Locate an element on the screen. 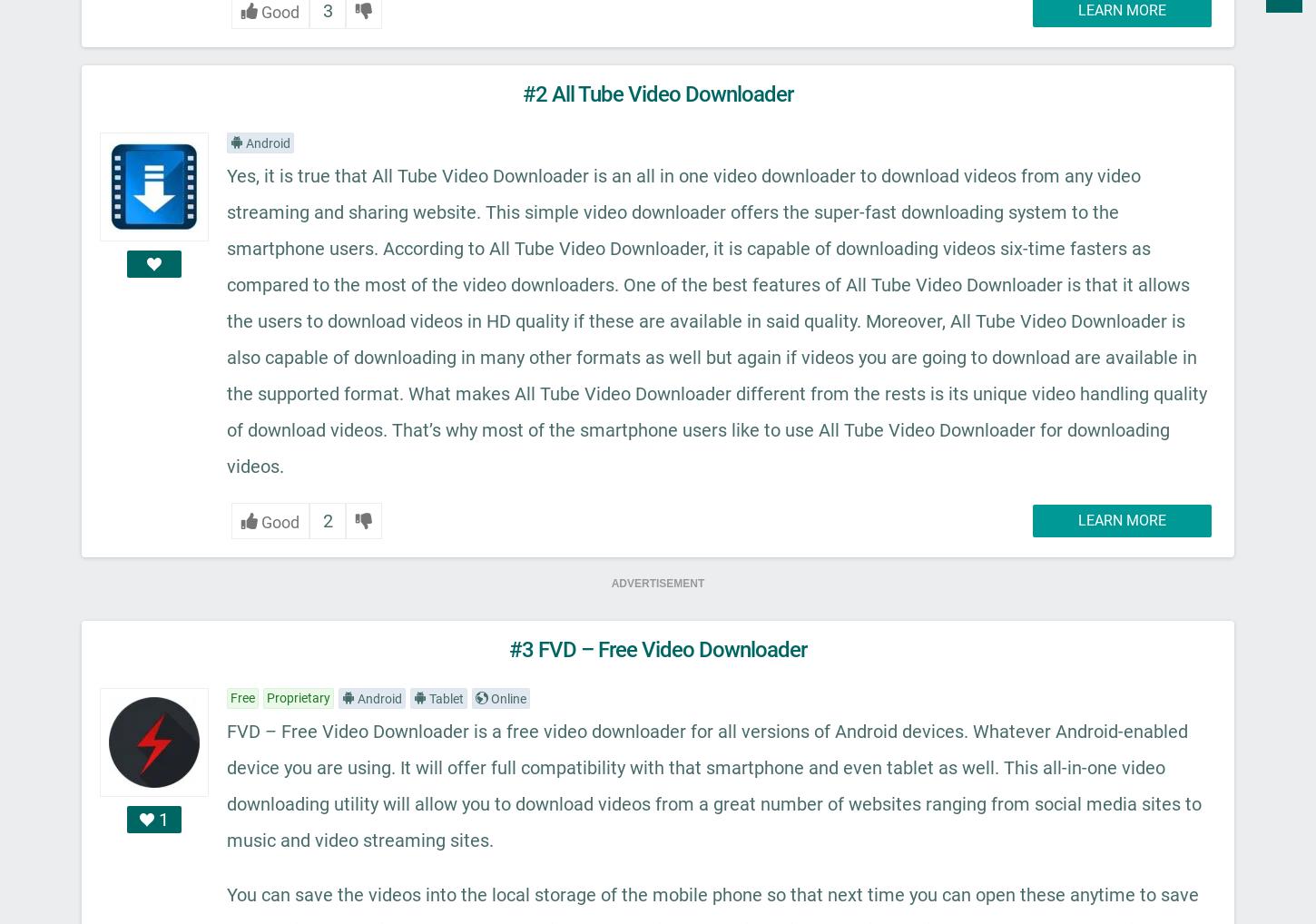 This screenshot has height=924, width=1316. 'Free' is located at coordinates (242, 696).